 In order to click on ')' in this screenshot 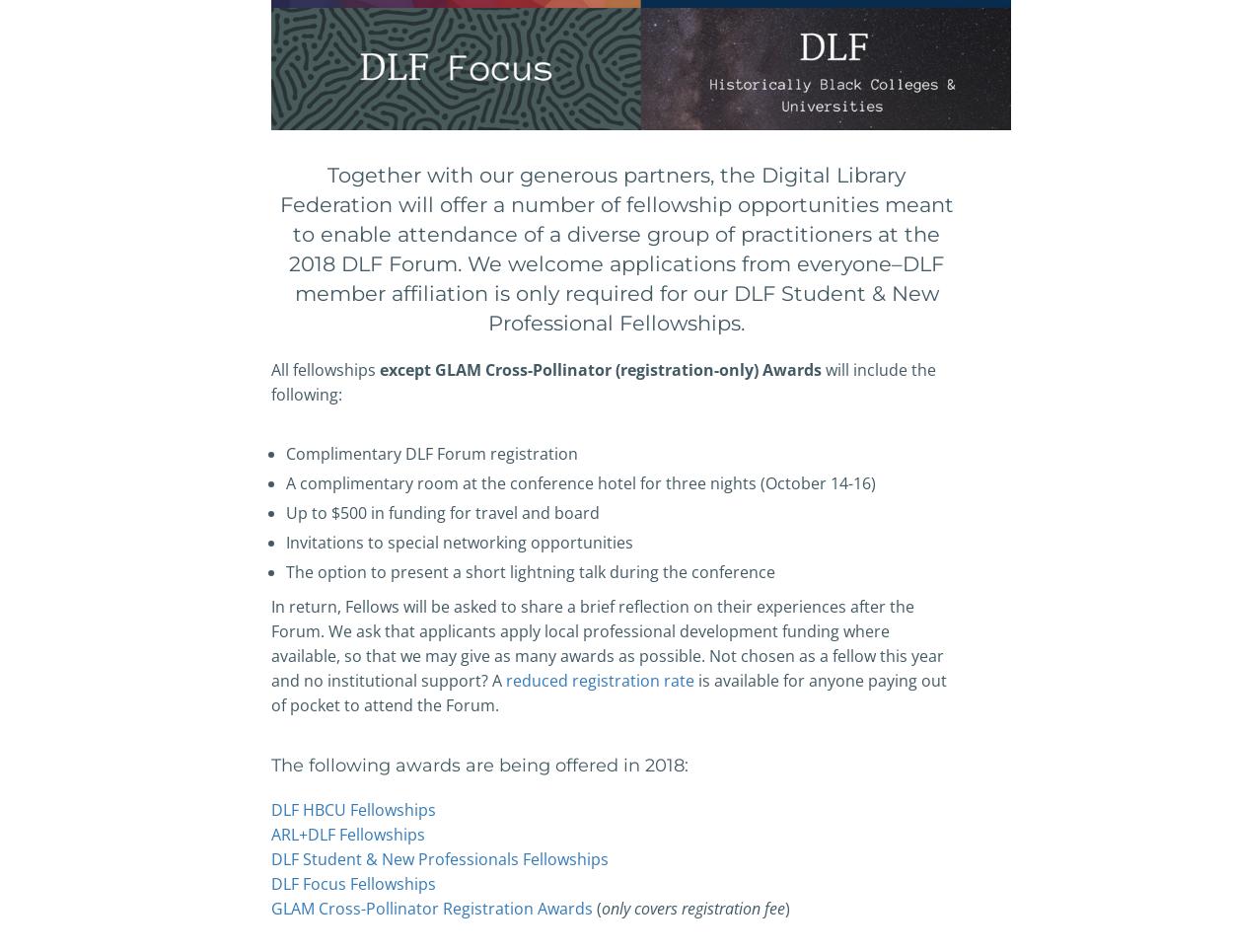, I will do `click(787, 907)`.